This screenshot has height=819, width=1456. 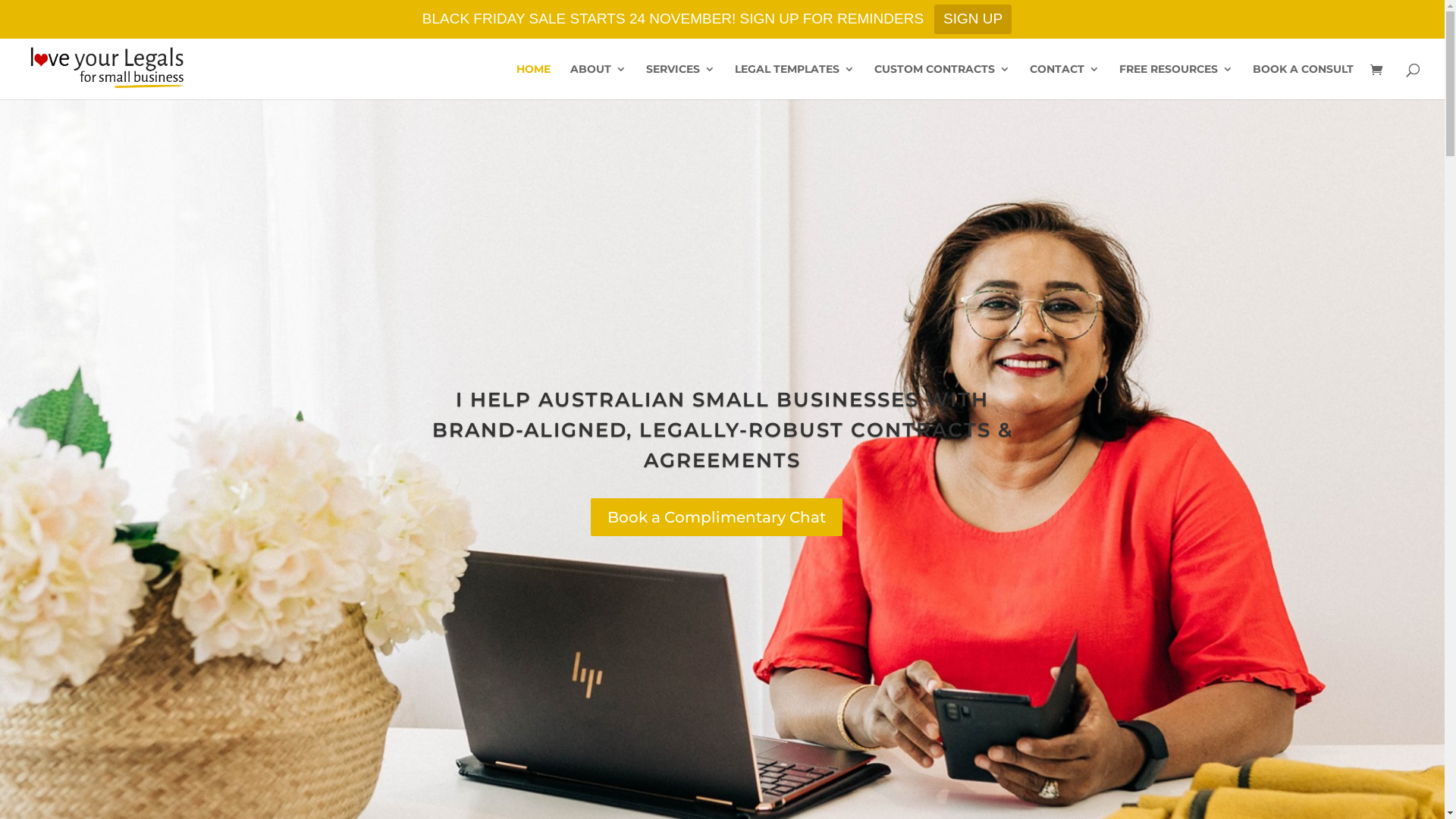 I want to click on 'HOME', so click(x=533, y=81).